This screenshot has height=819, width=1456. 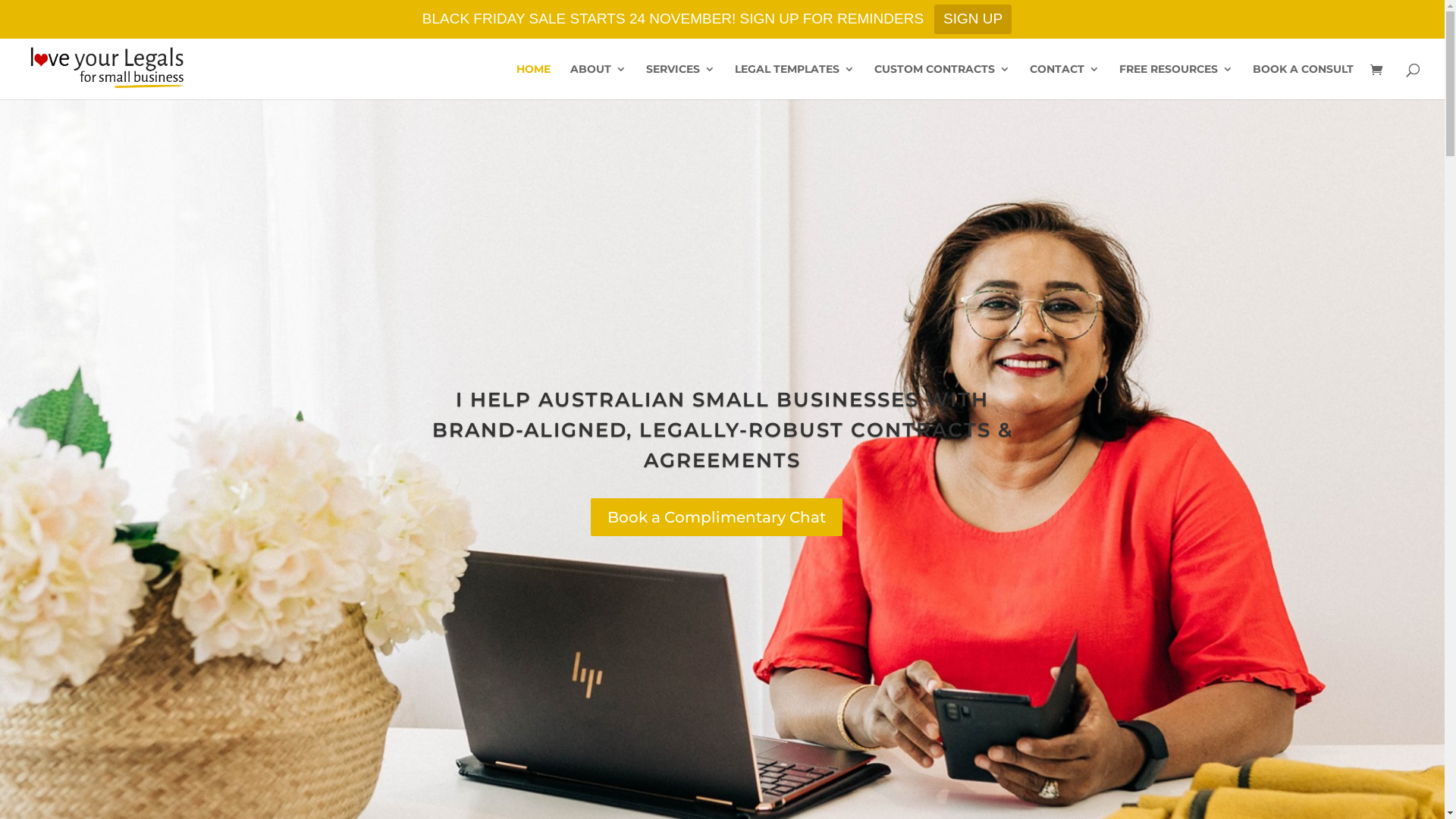 I want to click on 'HOME', so click(x=533, y=81).